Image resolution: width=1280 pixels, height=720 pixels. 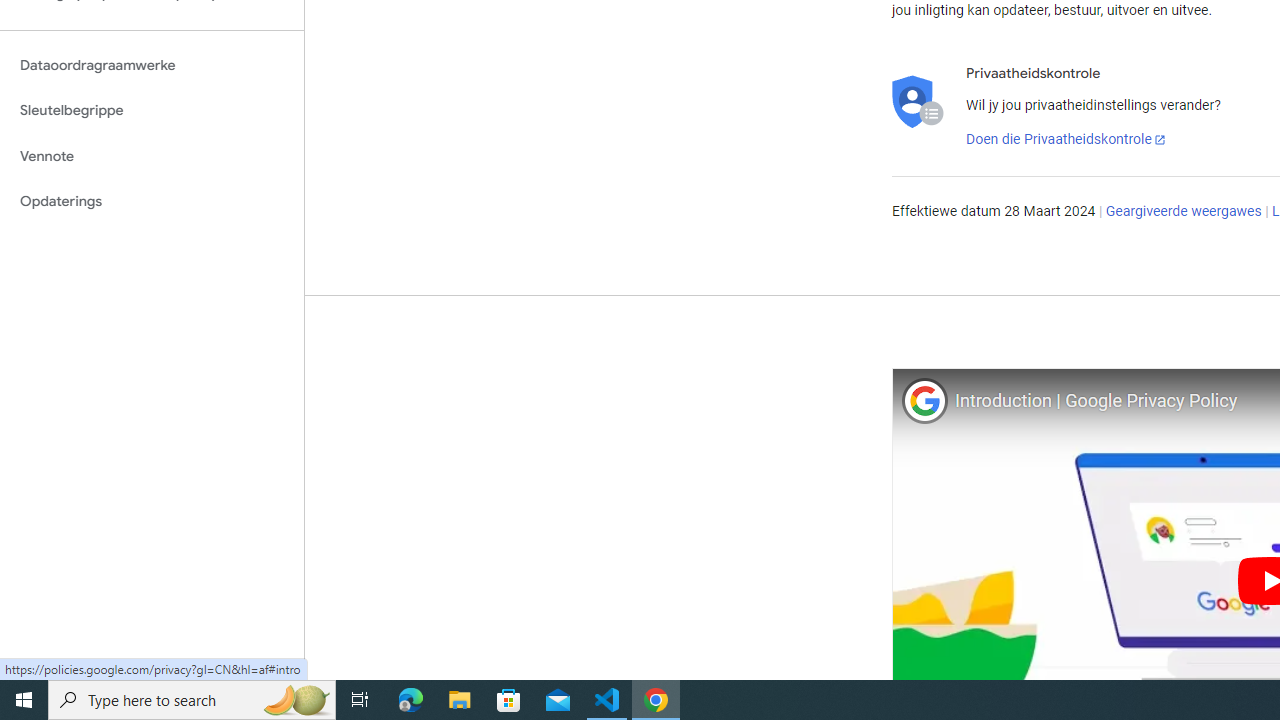 What do you see at coordinates (923, 400) in the screenshot?
I see `'Fotobeeld van Google'` at bounding box center [923, 400].